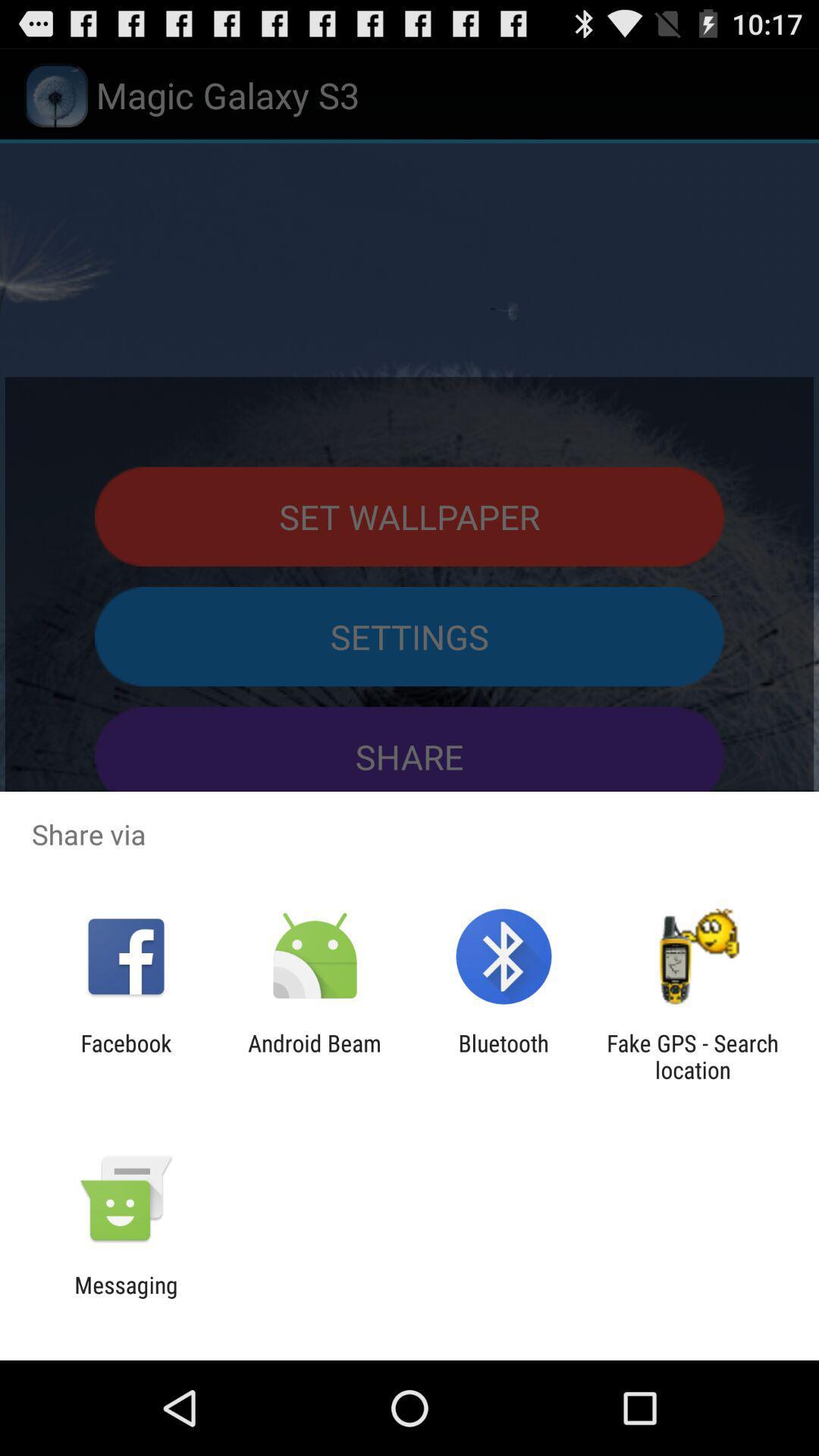  I want to click on app next to the bluetooth app, so click(692, 1056).